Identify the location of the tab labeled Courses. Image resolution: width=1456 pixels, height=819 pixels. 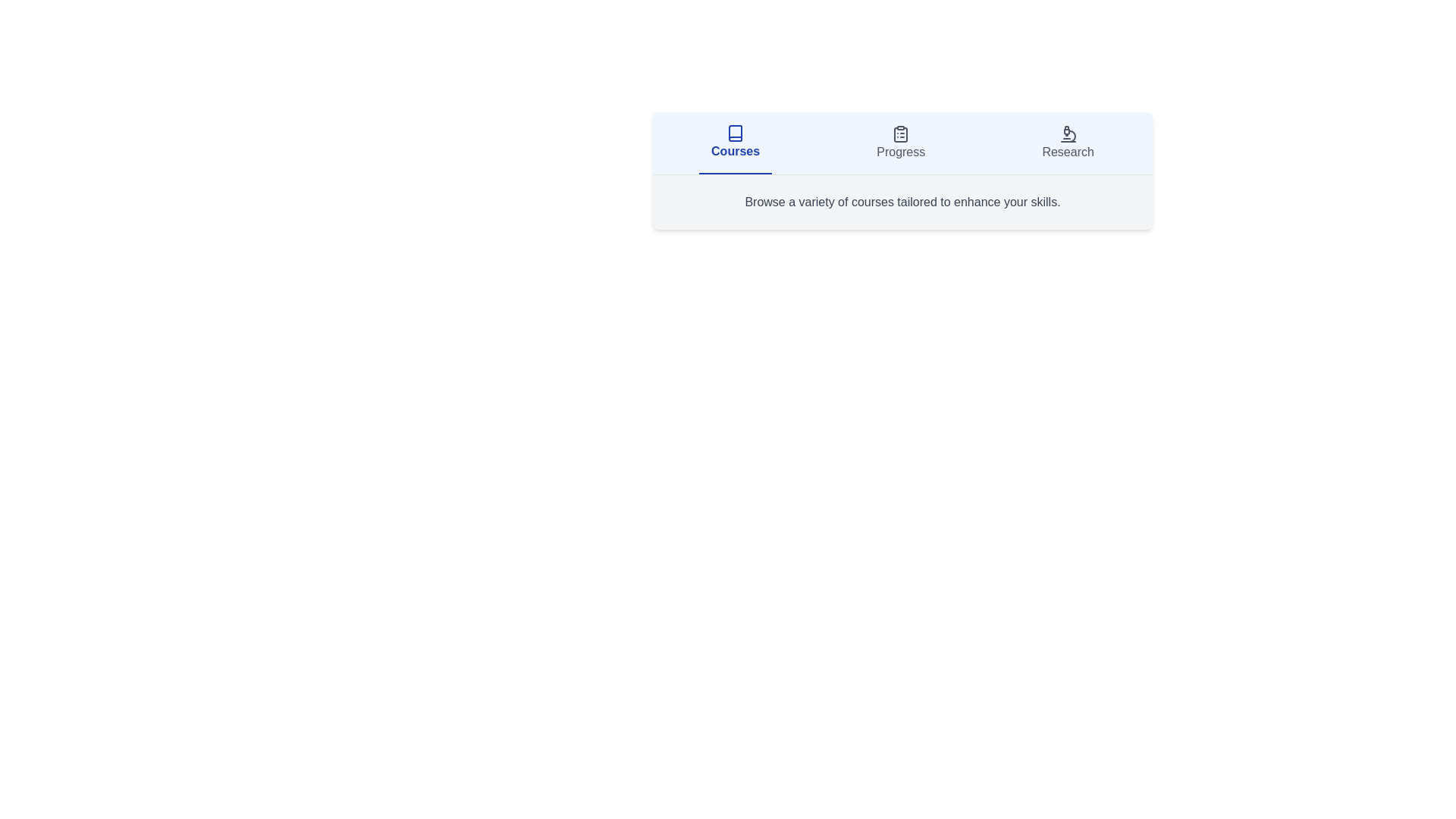
(735, 143).